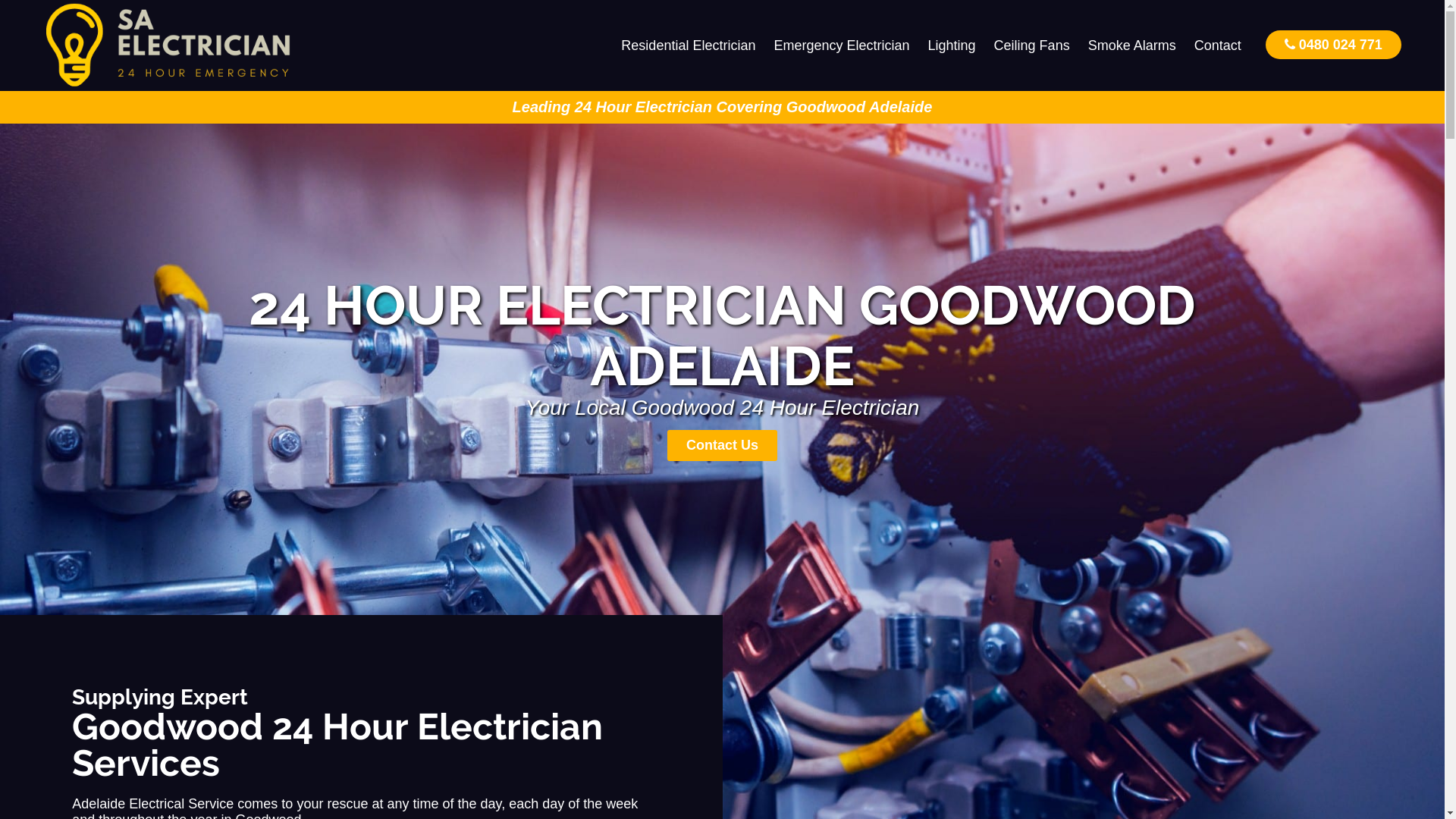 Image resolution: width=1456 pixels, height=819 pixels. Describe the element at coordinates (1131, 45) in the screenshot. I see `'Smoke Alarms'` at that location.